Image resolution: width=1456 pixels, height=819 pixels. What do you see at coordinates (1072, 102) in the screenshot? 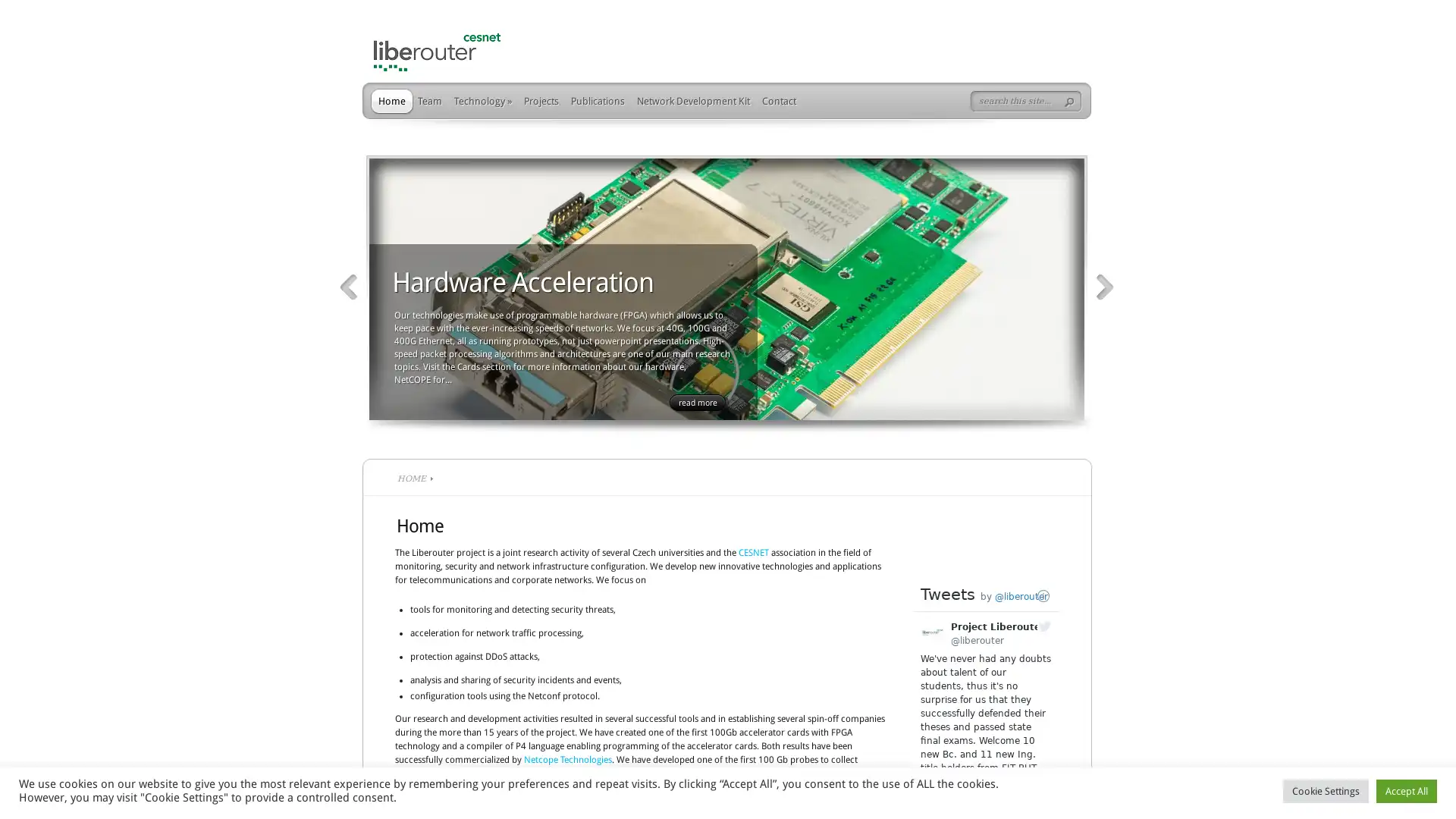
I see `Submit` at bounding box center [1072, 102].